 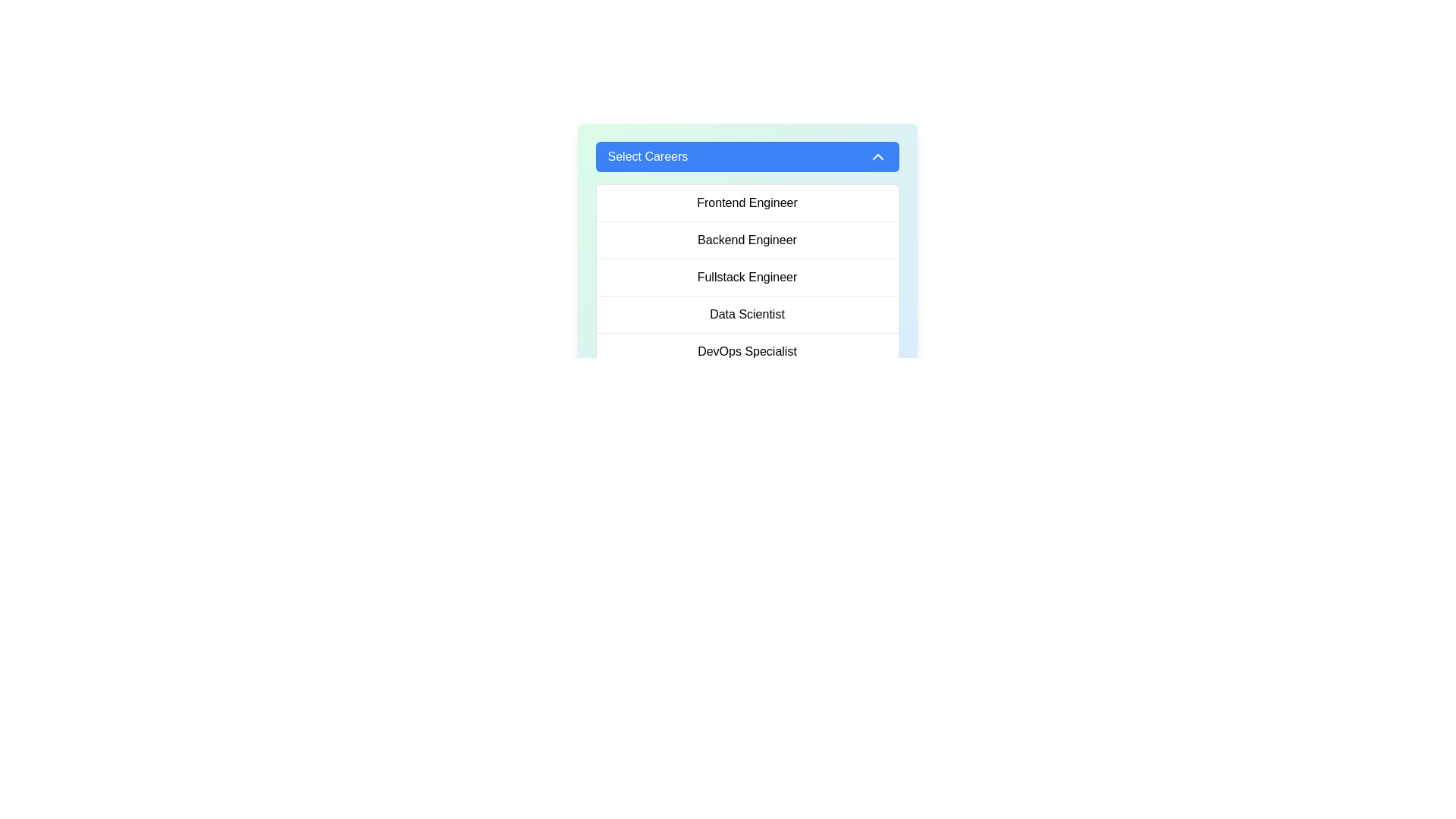 What do you see at coordinates (747, 202) in the screenshot?
I see `the 'Frontend Engineer' option in the 'Select Careers' dropdown menu` at bounding box center [747, 202].